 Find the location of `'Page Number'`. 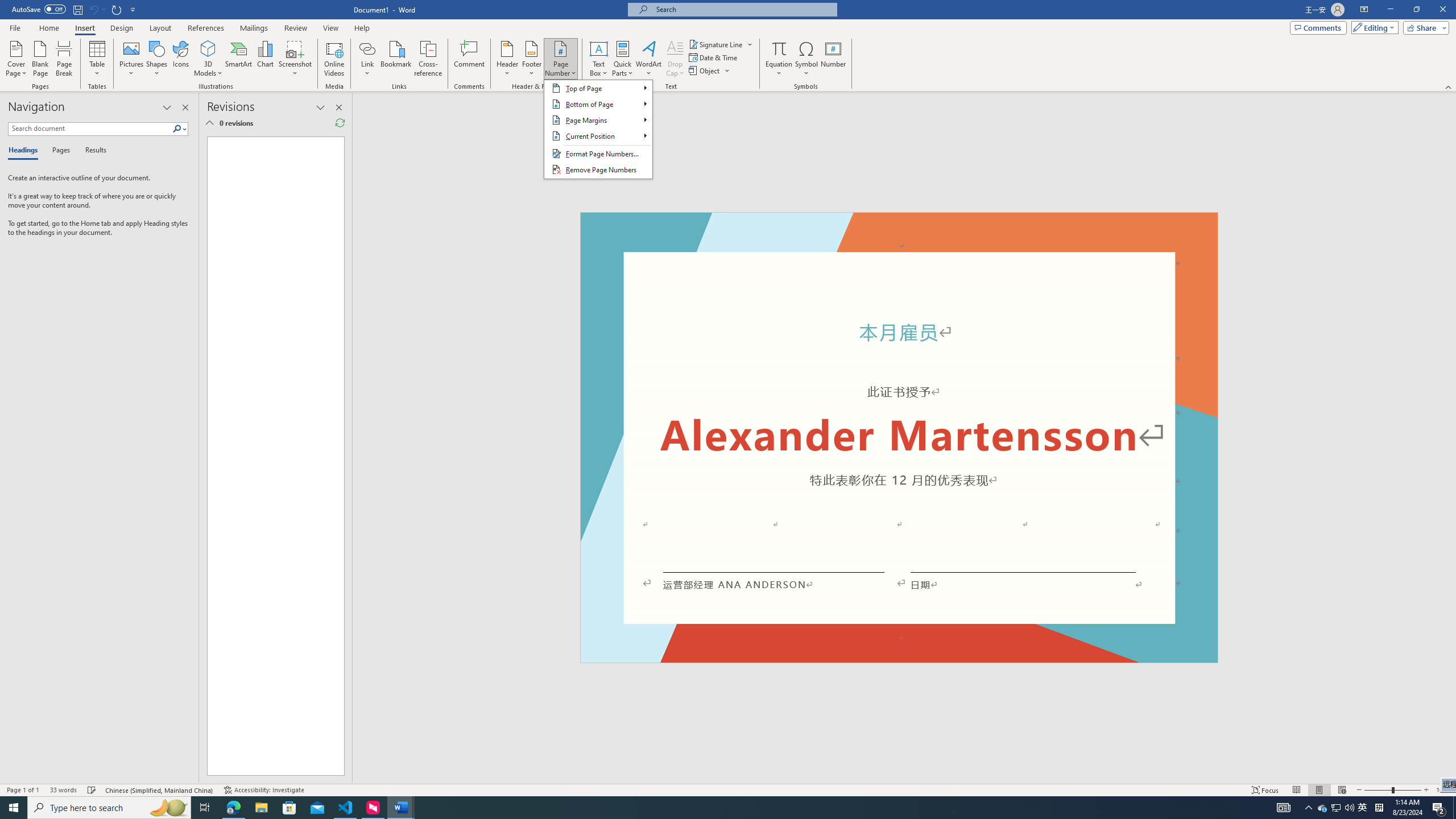

'Page Number' is located at coordinates (560, 59).